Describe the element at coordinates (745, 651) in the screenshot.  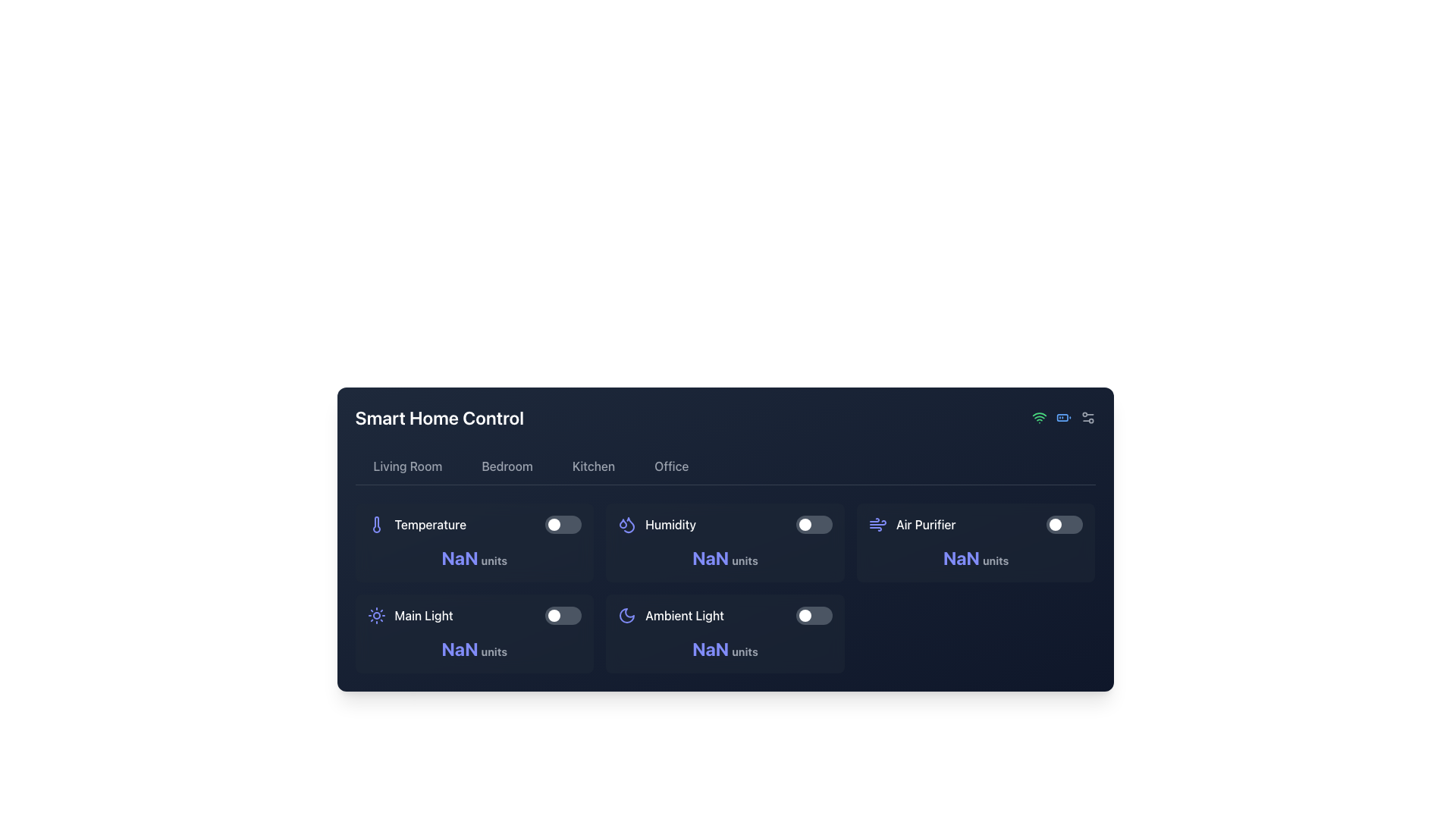
I see `the 'units' text label displayed in gray font, located to the right of the larger blue 'NaN' text within the 'Ambient Light' section of the interface` at that location.